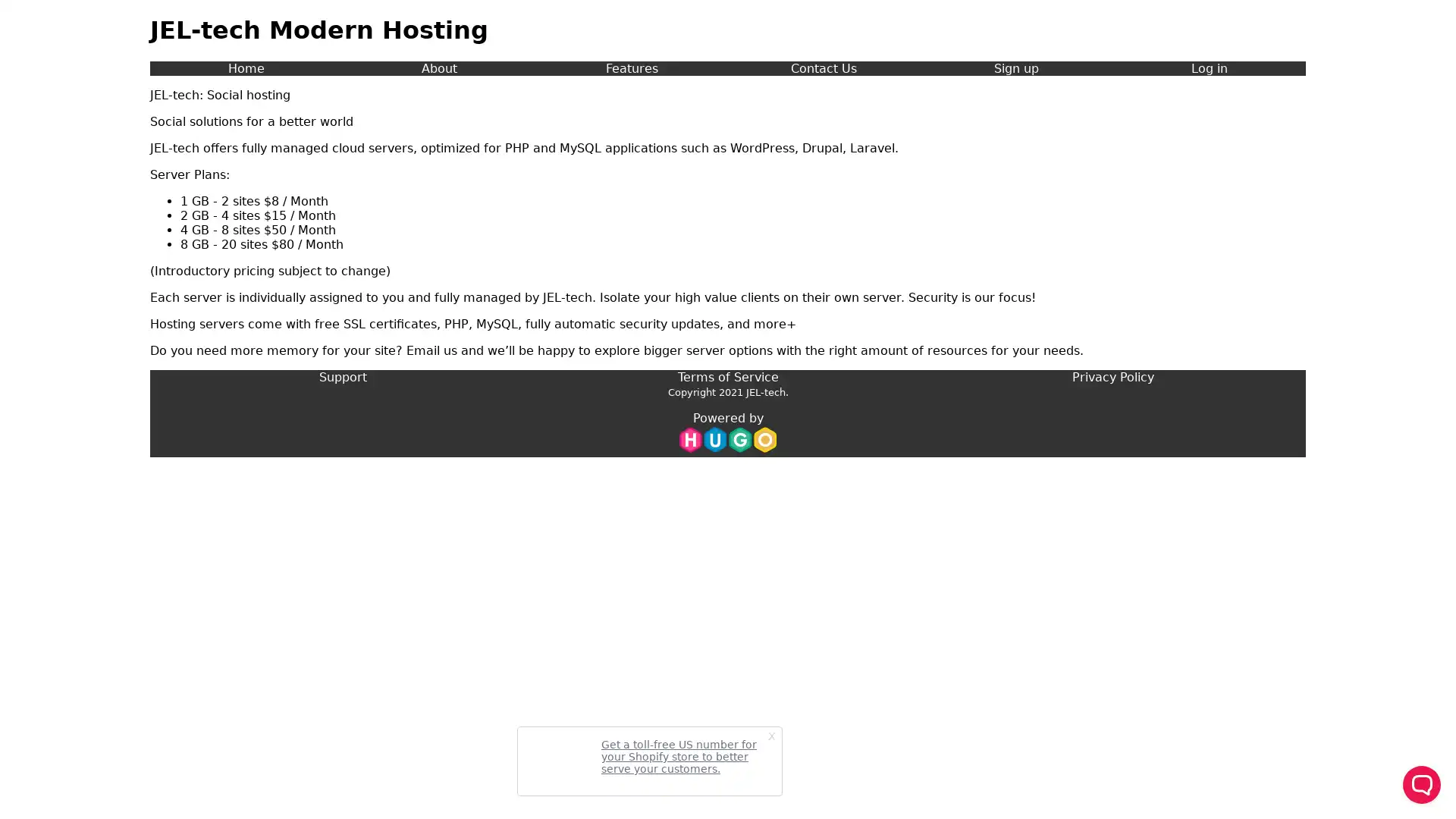  I want to click on Open chat widget, so click(1421, 784).